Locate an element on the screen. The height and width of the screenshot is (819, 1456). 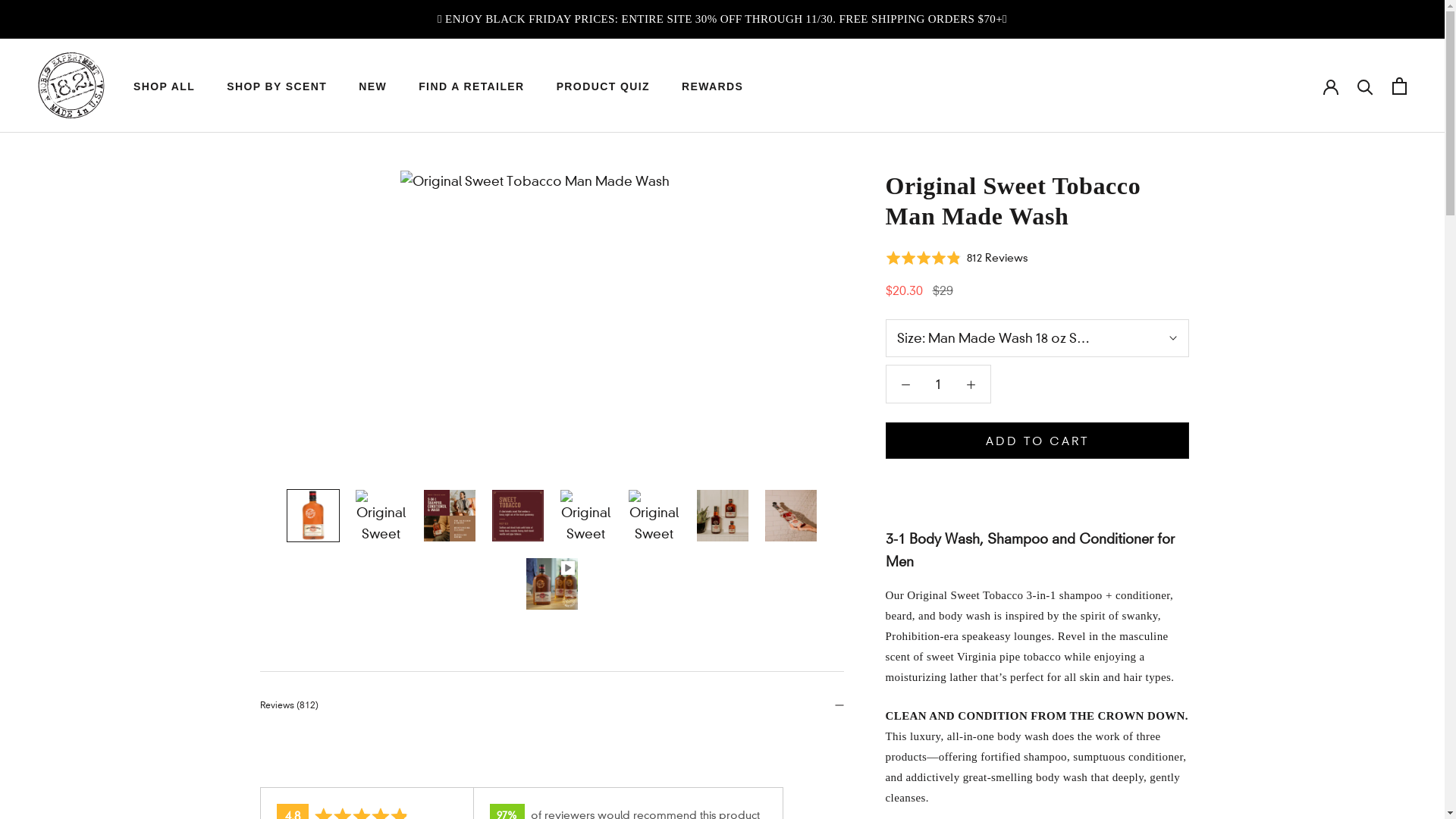
'FIND A RETAILER is located at coordinates (470, 86).